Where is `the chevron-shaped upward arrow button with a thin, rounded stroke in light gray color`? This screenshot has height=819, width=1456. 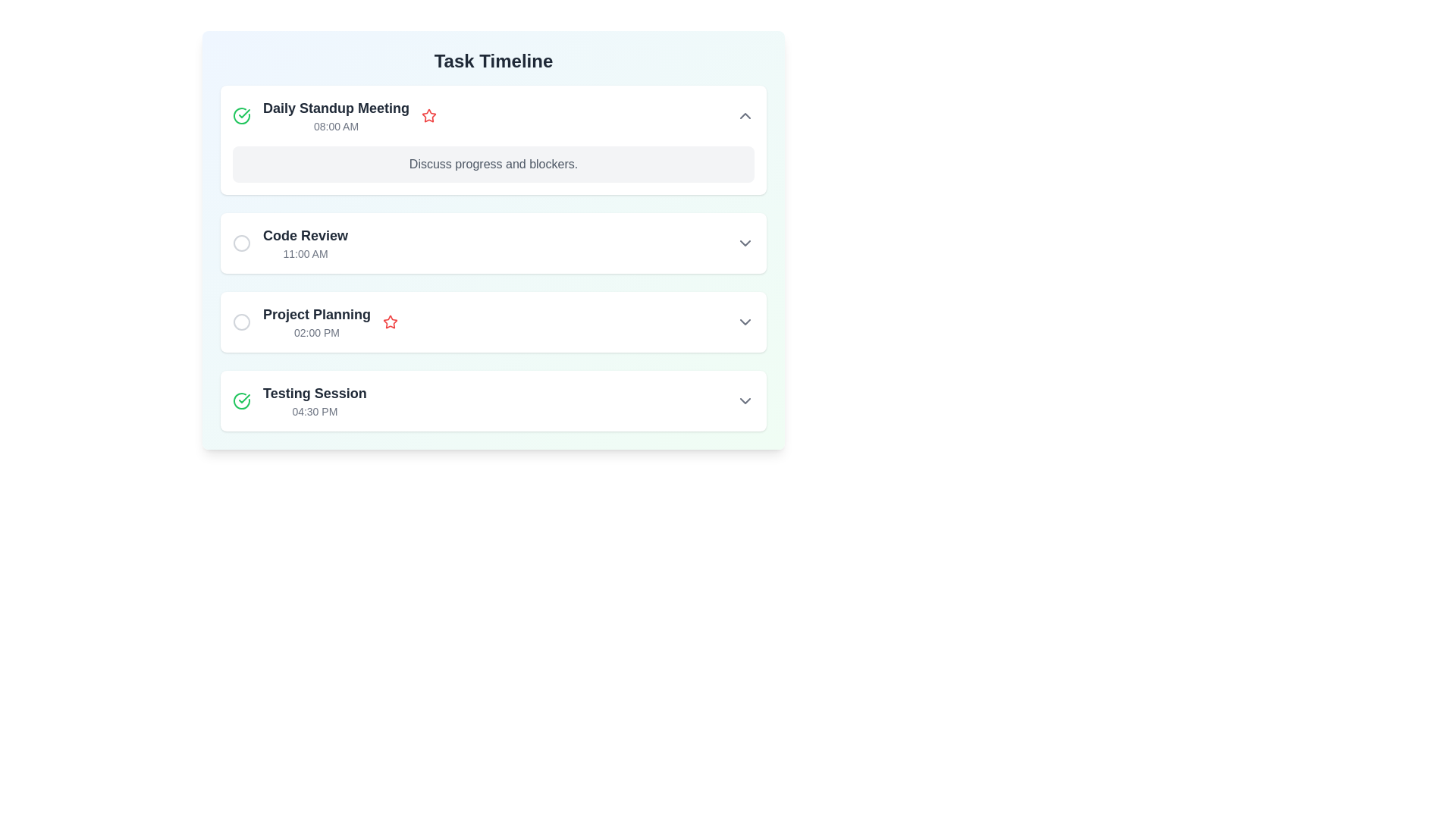 the chevron-shaped upward arrow button with a thin, rounded stroke in light gray color is located at coordinates (745, 115).